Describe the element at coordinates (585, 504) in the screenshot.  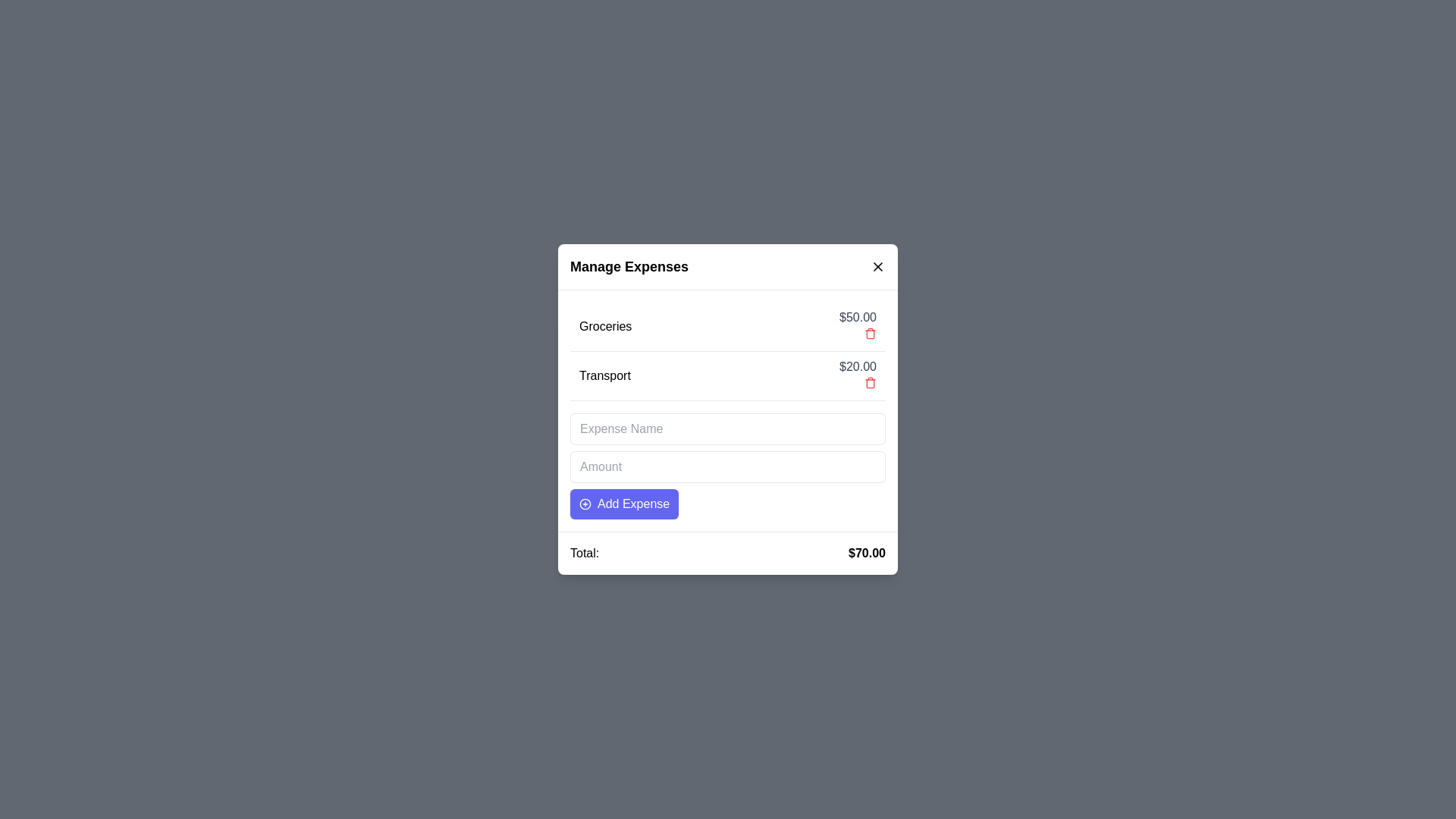
I see `the 'Add Expense' button located at the bottom-left of the dialog window, which contains a decorative or functional icon emphasizing its purpose` at that location.